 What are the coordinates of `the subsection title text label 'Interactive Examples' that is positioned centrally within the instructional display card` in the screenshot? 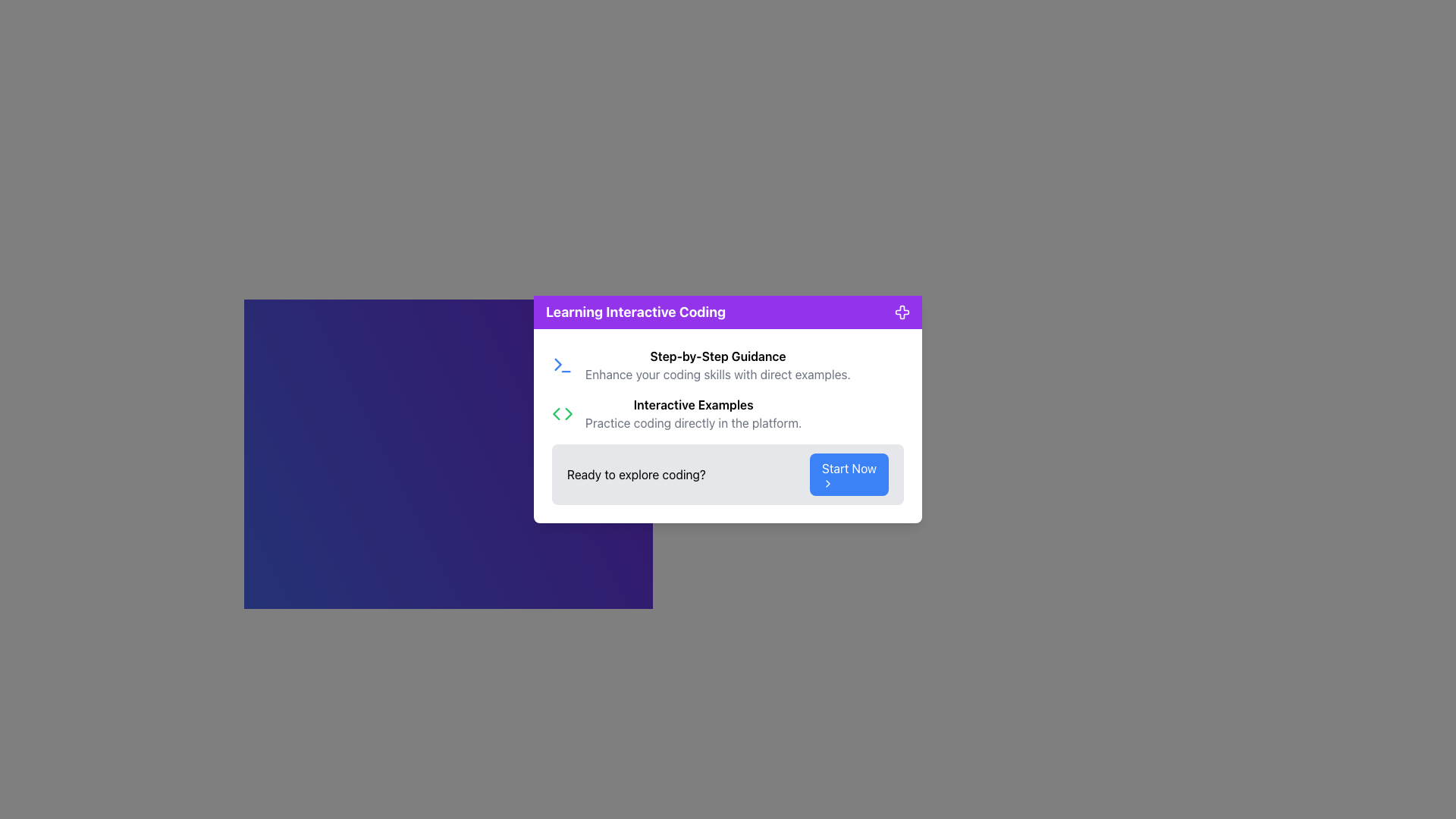 It's located at (692, 403).